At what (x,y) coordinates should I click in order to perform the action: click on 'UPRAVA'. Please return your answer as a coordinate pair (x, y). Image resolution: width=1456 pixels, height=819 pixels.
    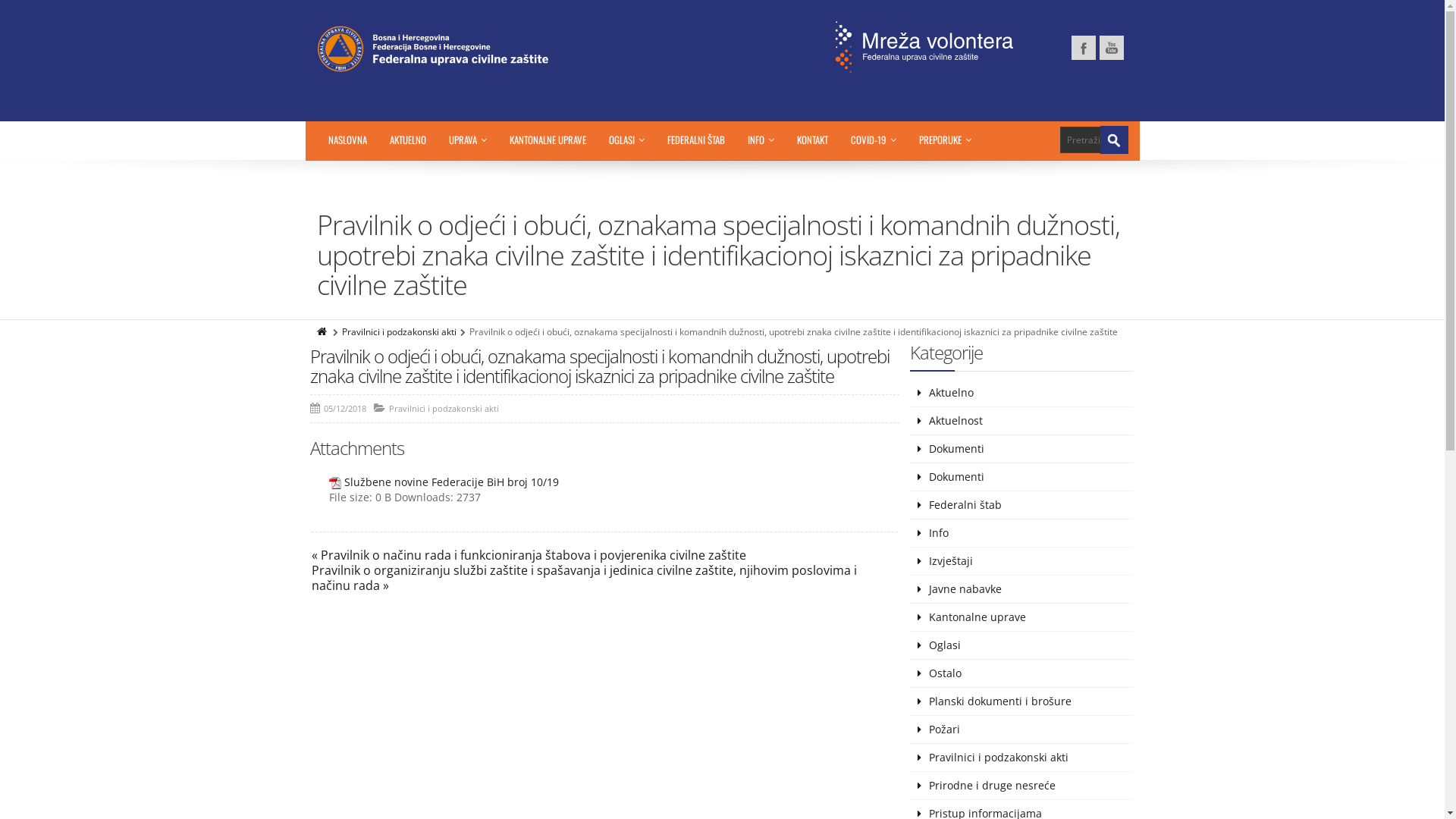
    Looking at the image, I should click on (466, 140).